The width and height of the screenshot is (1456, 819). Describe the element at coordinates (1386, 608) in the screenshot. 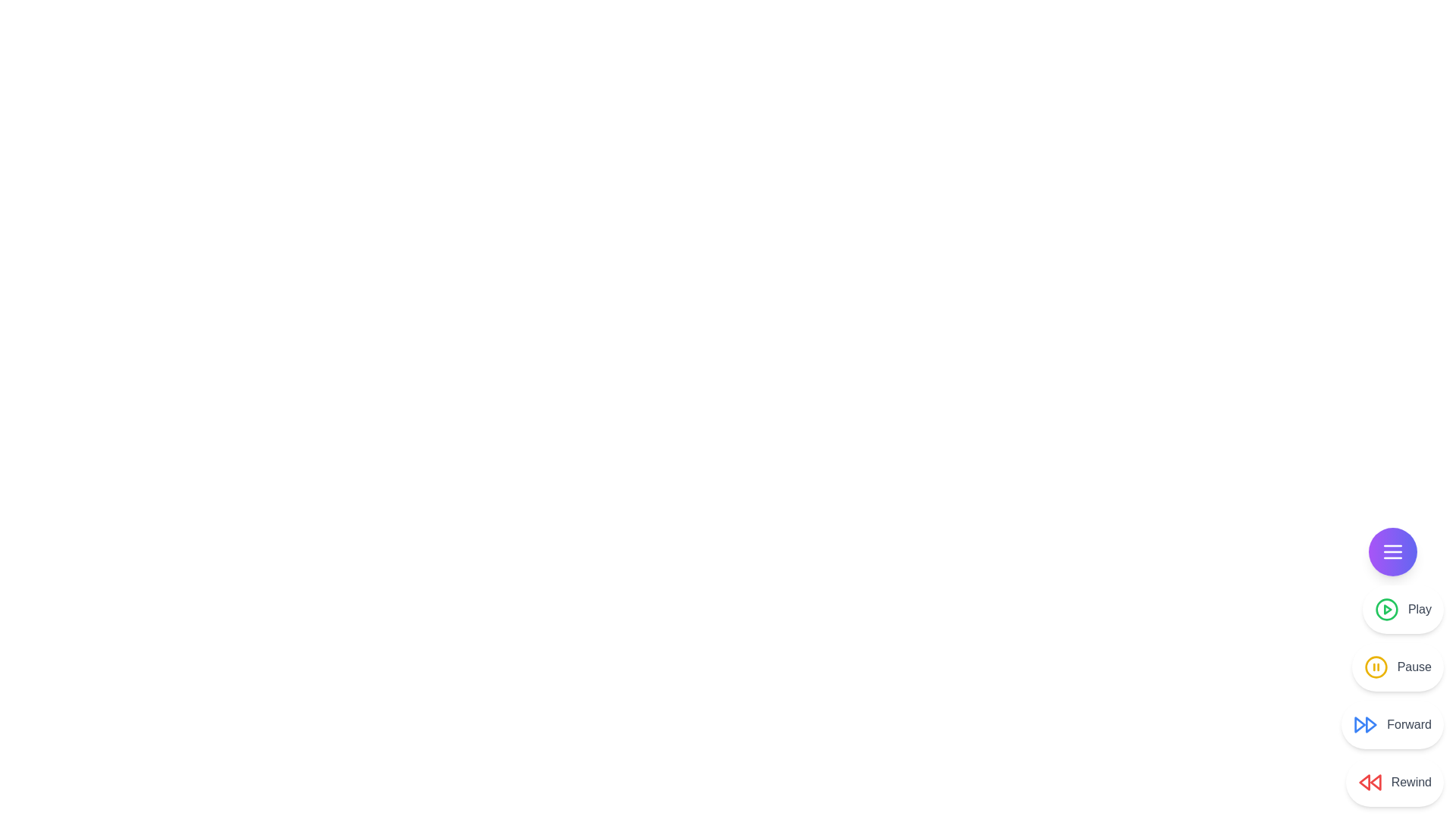

I see `the Play button to initiate playback` at that location.